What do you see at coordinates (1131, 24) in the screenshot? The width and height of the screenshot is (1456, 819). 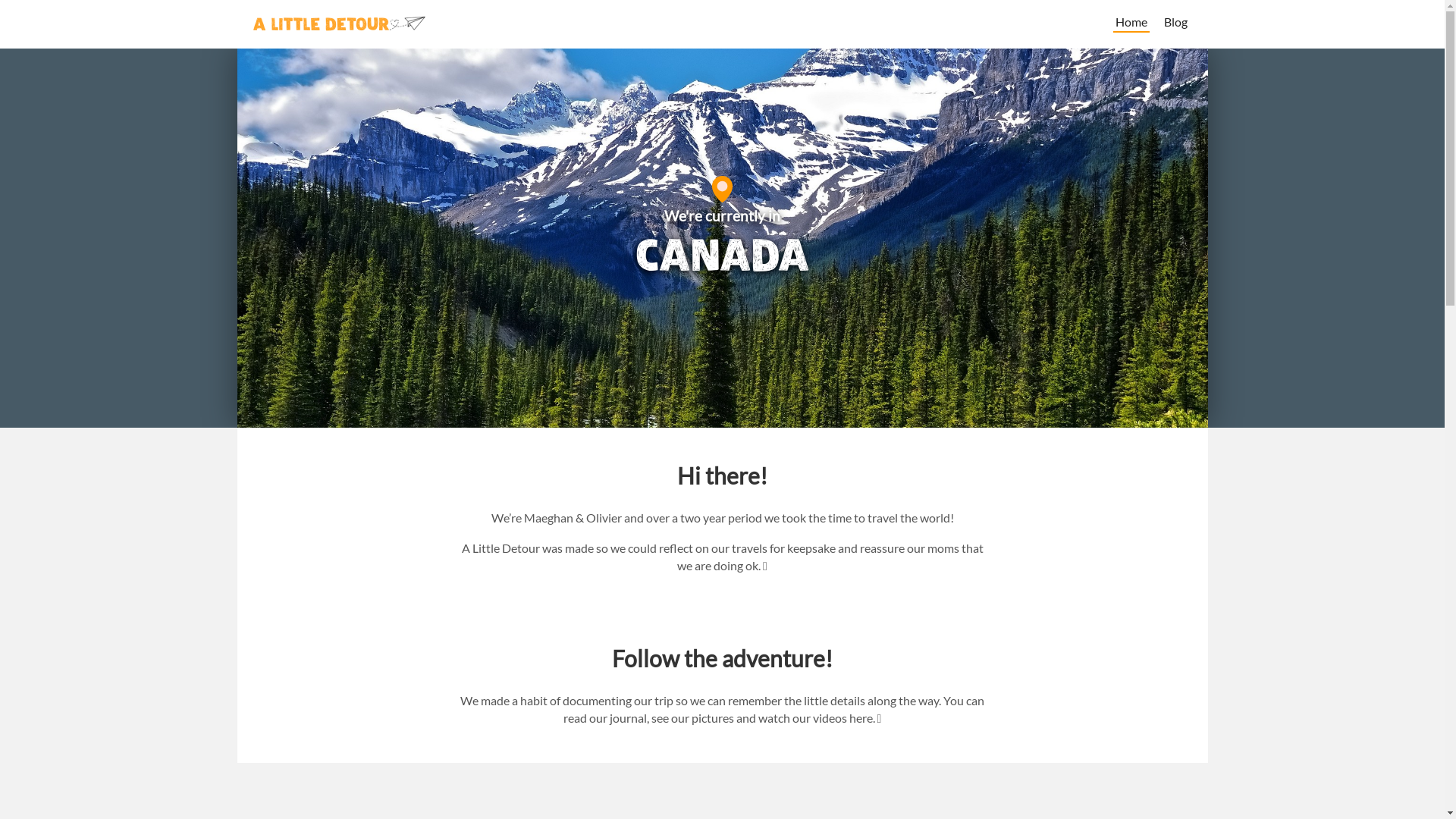 I see `'Home'` at bounding box center [1131, 24].